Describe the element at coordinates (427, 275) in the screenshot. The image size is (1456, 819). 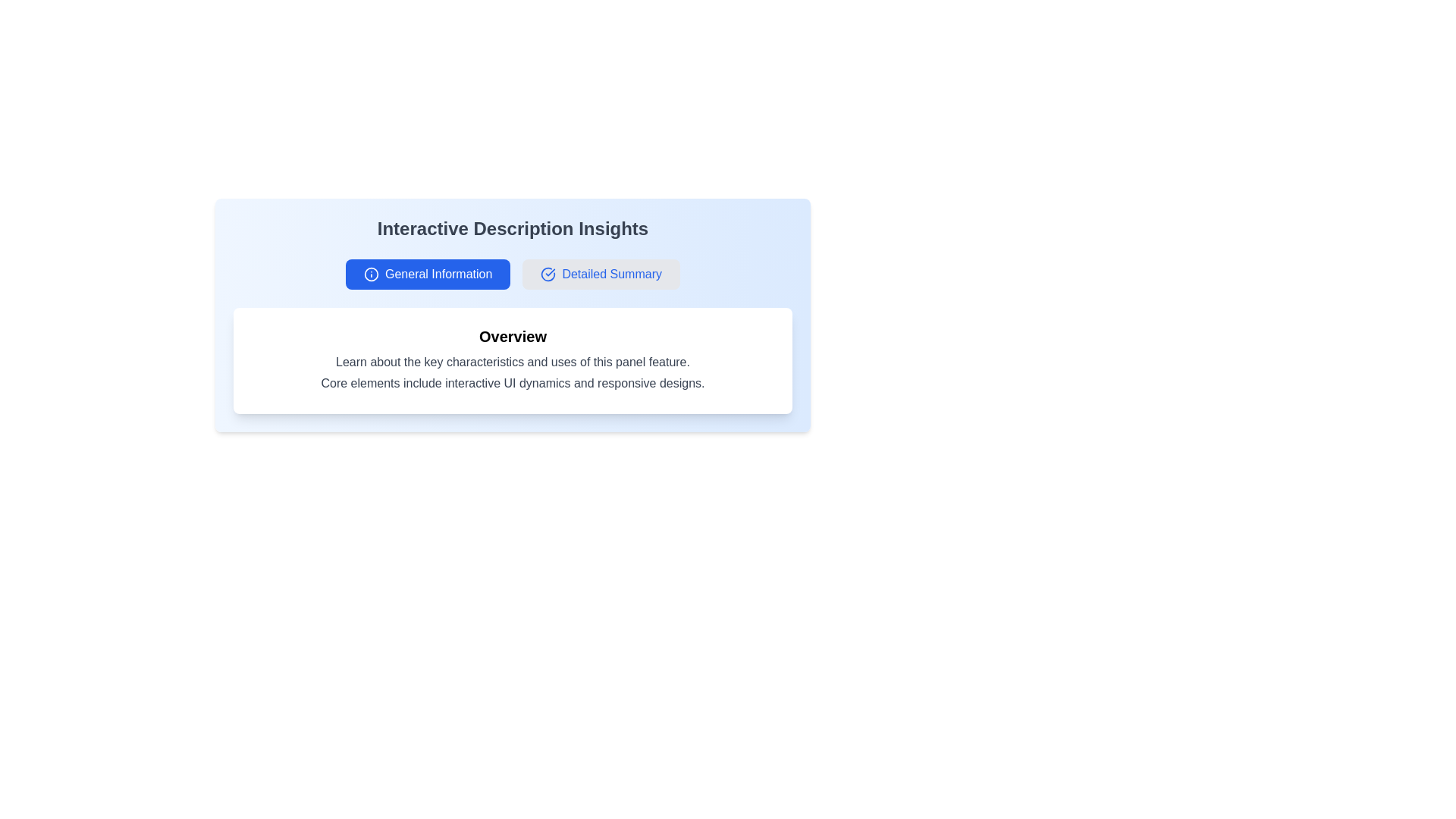
I see `the first button in the horizontally aligned group` at that location.